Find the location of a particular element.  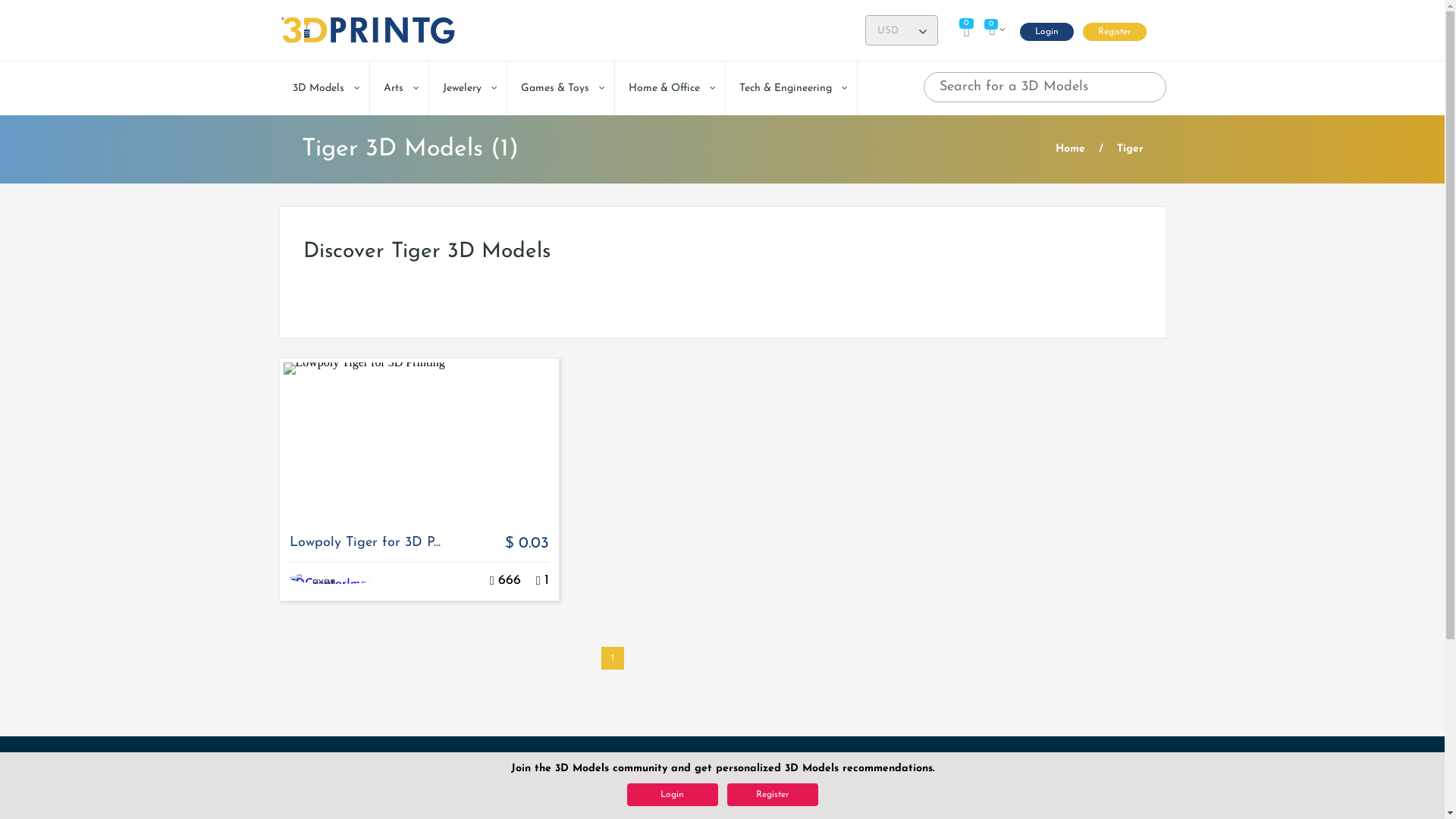

'Jewelery' is located at coordinates (467, 88).